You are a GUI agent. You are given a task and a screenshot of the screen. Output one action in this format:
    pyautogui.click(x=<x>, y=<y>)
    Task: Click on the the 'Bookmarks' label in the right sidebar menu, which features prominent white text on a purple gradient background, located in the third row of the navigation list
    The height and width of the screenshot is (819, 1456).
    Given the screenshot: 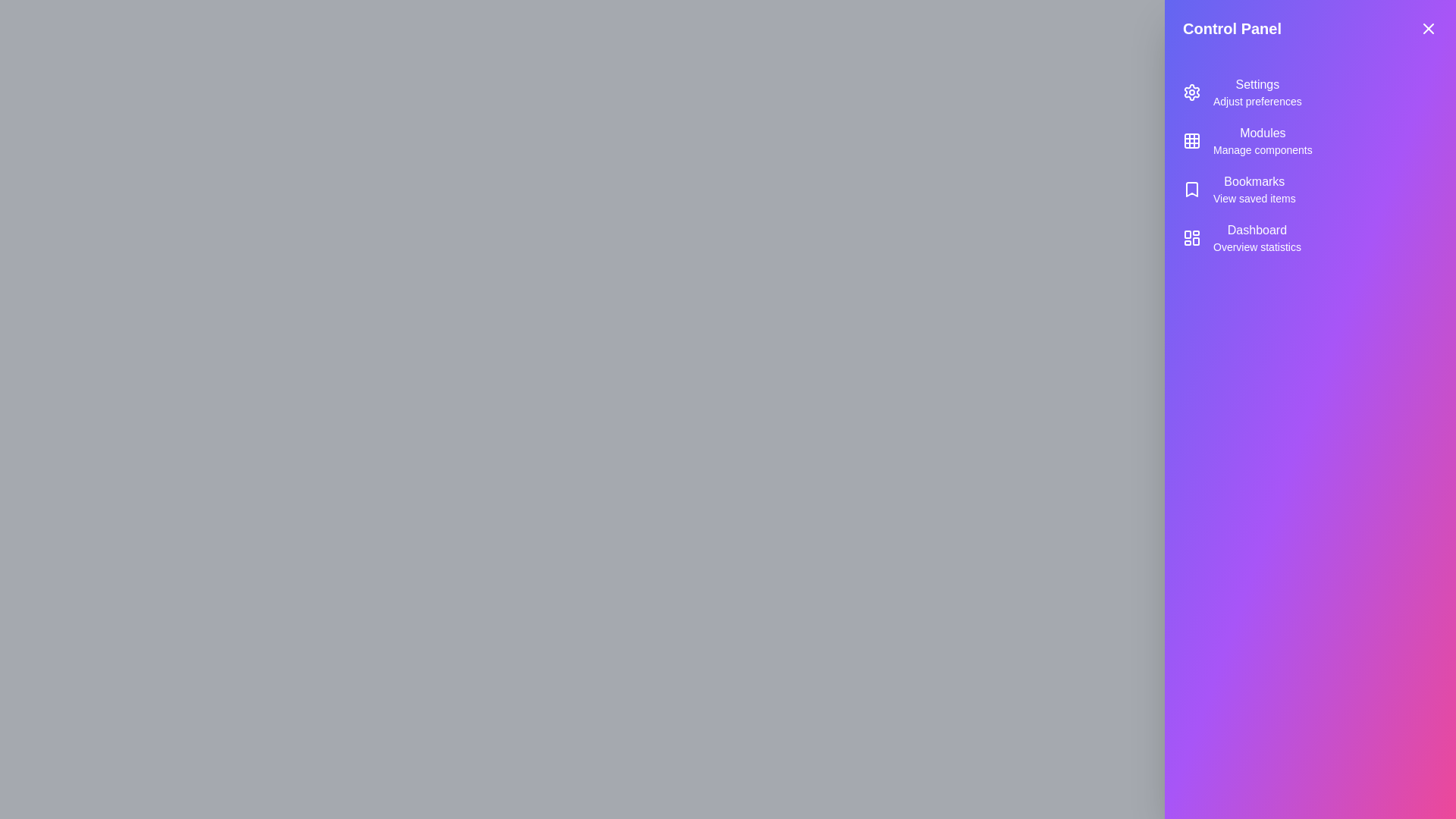 What is the action you would take?
    pyautogui.click(x=1254, y=189)
    